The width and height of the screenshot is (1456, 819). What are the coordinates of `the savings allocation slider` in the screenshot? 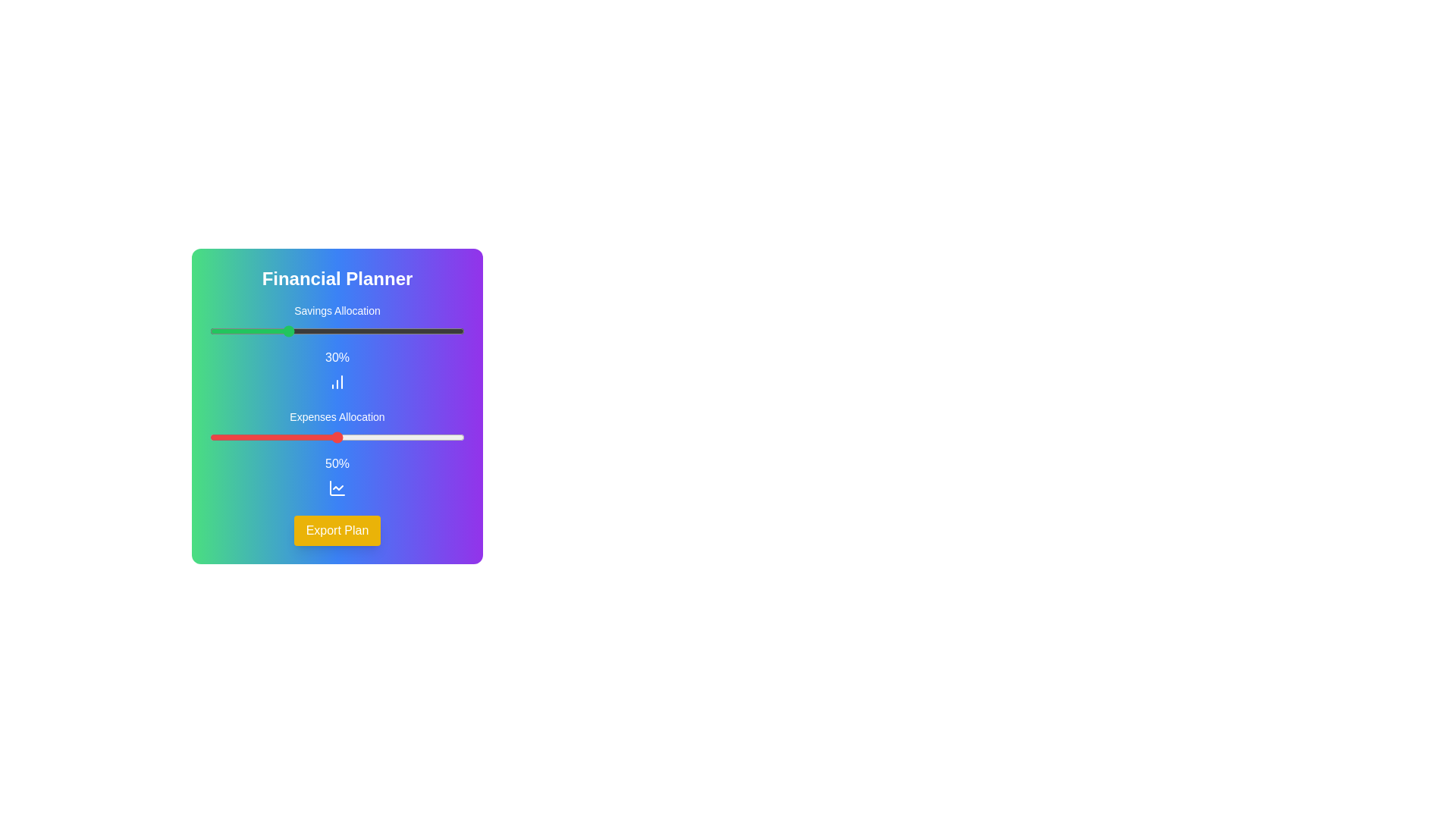 It's located at (243, 330).